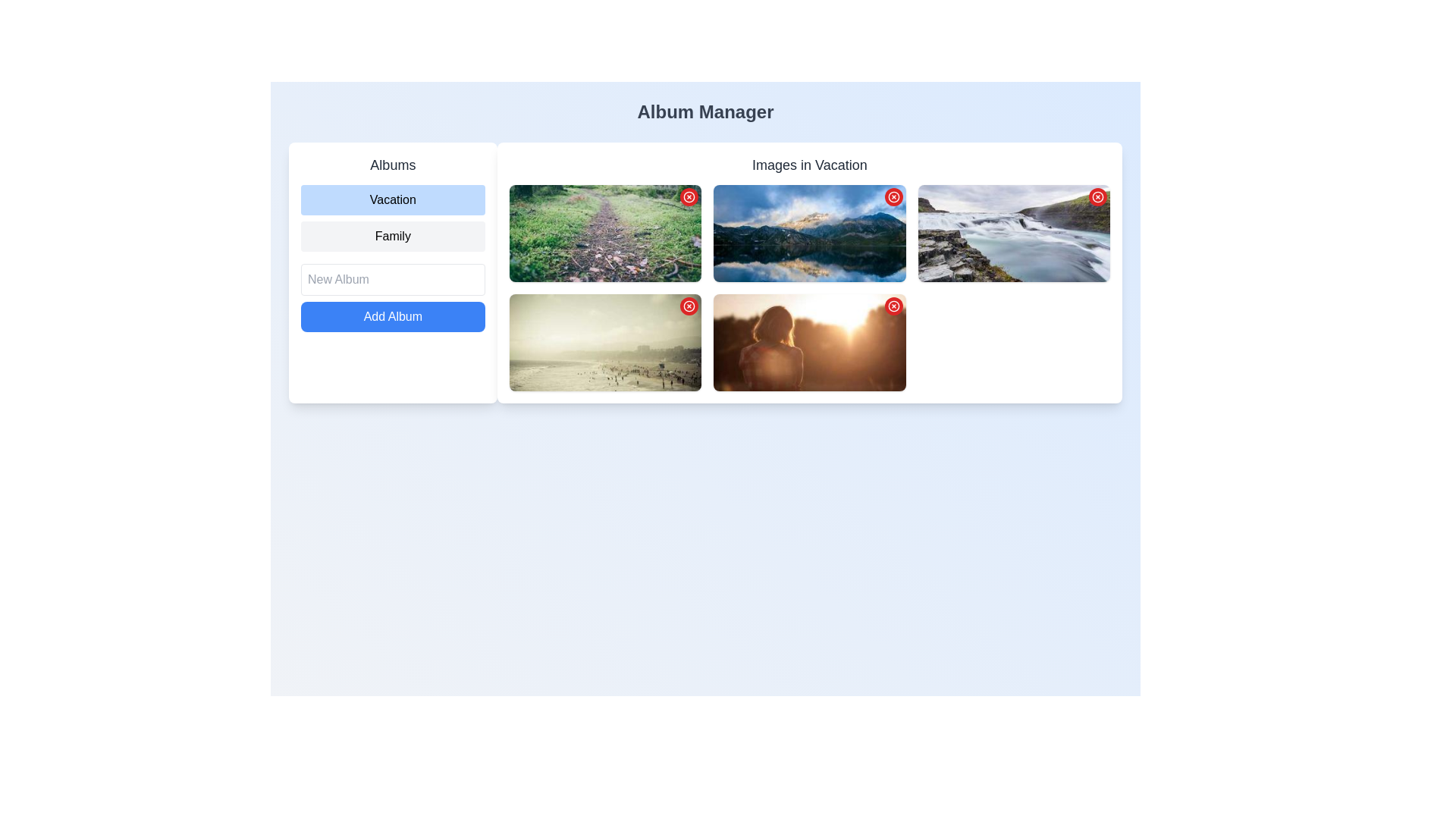  I want to click on the first button in the 'Albums' section to observe the background color change, so click(393, 199).